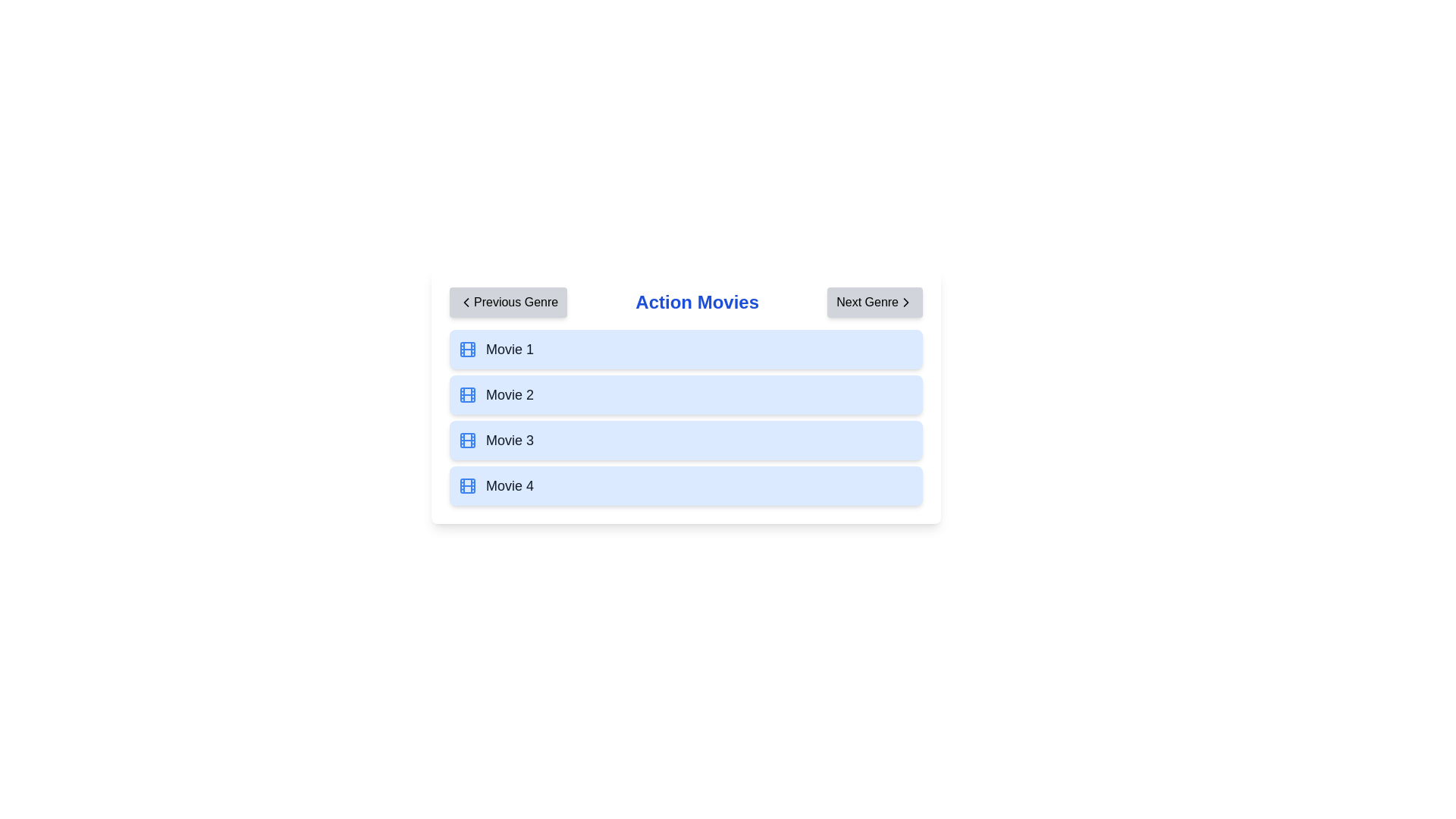 The width and height of the screenshot is (1456, 819). What do you see at coordinates (467, 394) in the screenshot?
I see `the movie icon located in the left portion of the second row of entries in the 'Action Movies' section, just to the left of the text 'Movie 2'` at bounding box center [467, 394].